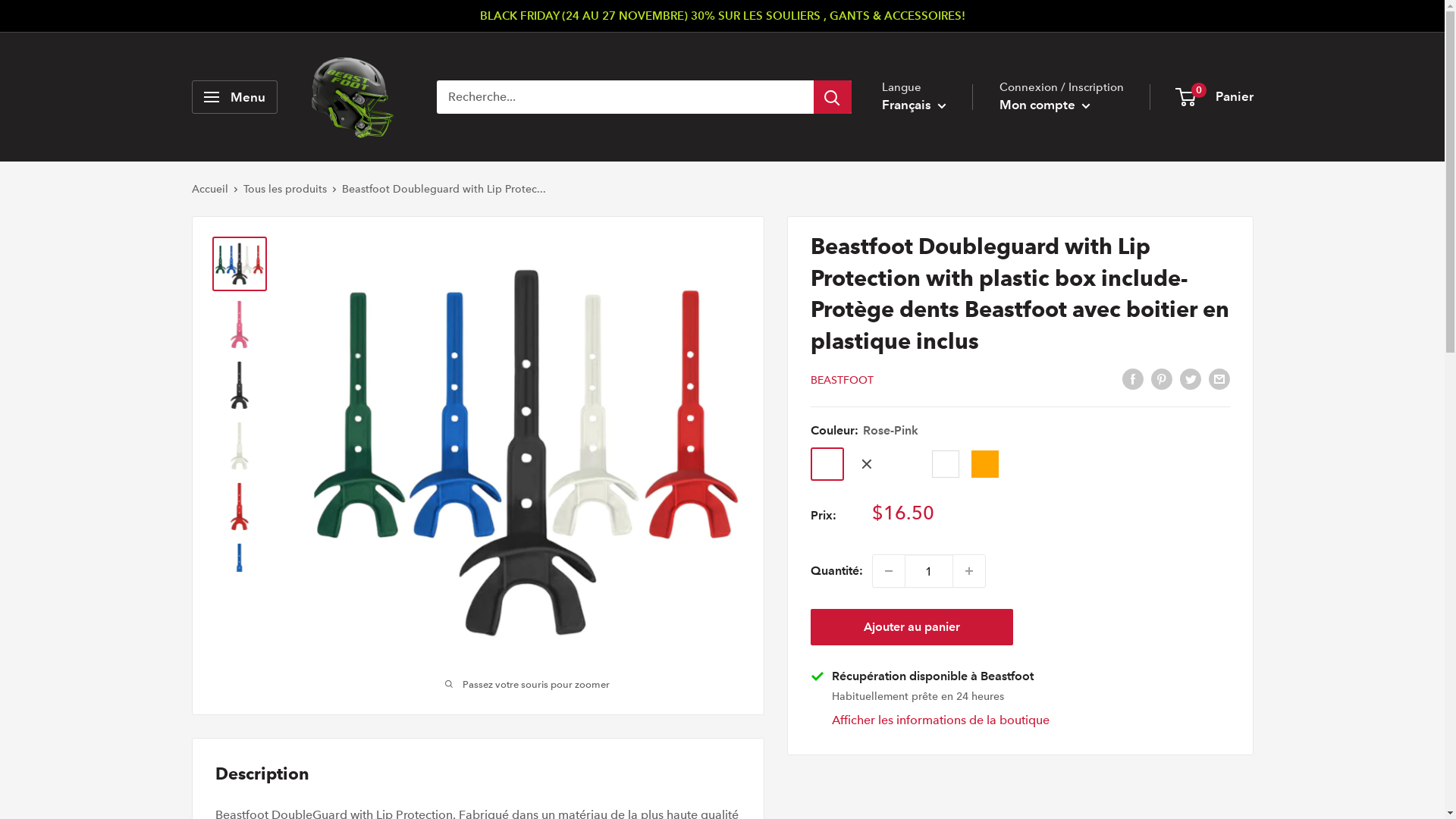  Describe the element at coordinates (910, 626) in the screenshot. I see `'Ajouter au panier'` at that location.